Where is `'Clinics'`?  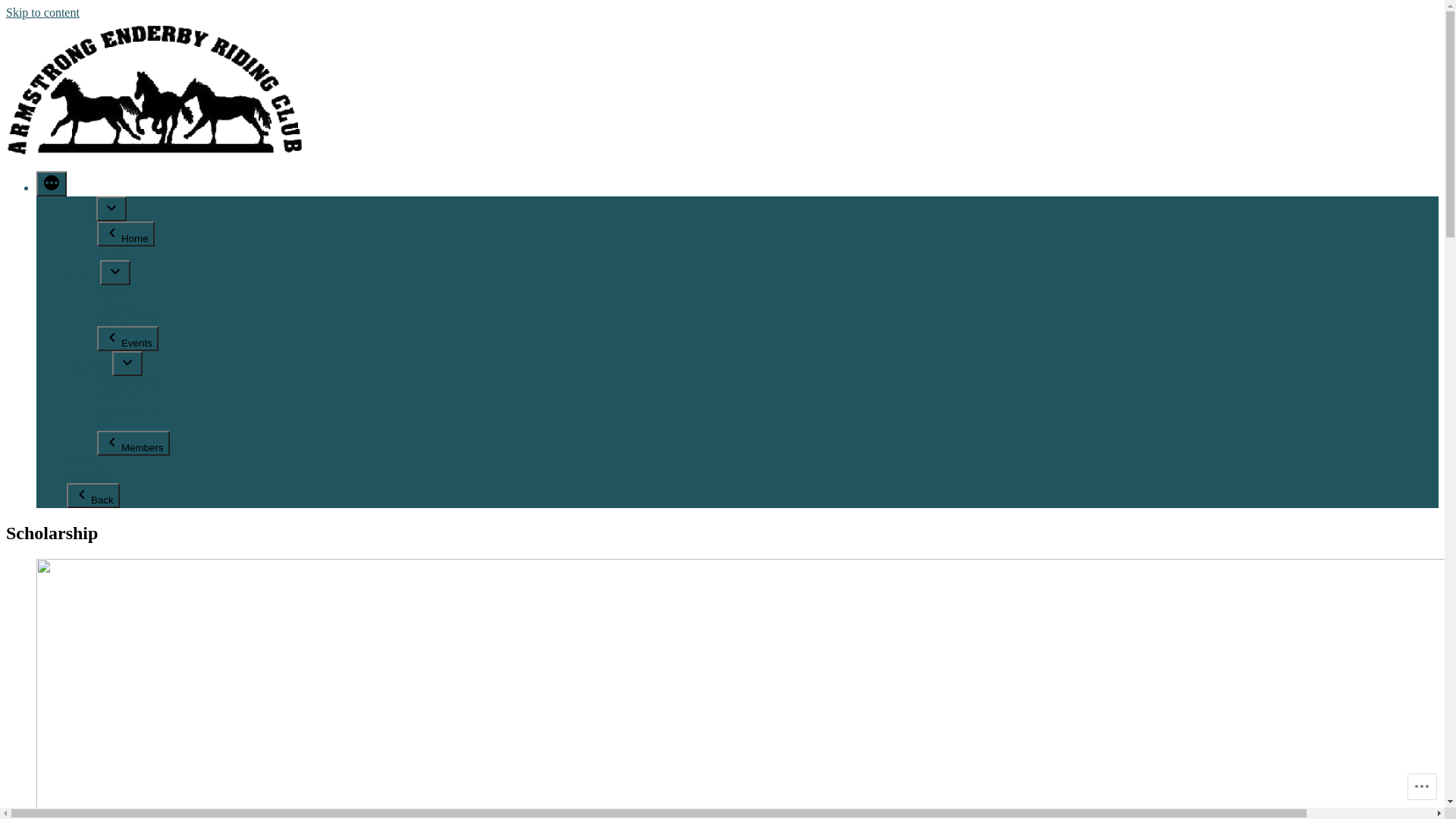
'Clinics' is located at coordinates (96, 305).